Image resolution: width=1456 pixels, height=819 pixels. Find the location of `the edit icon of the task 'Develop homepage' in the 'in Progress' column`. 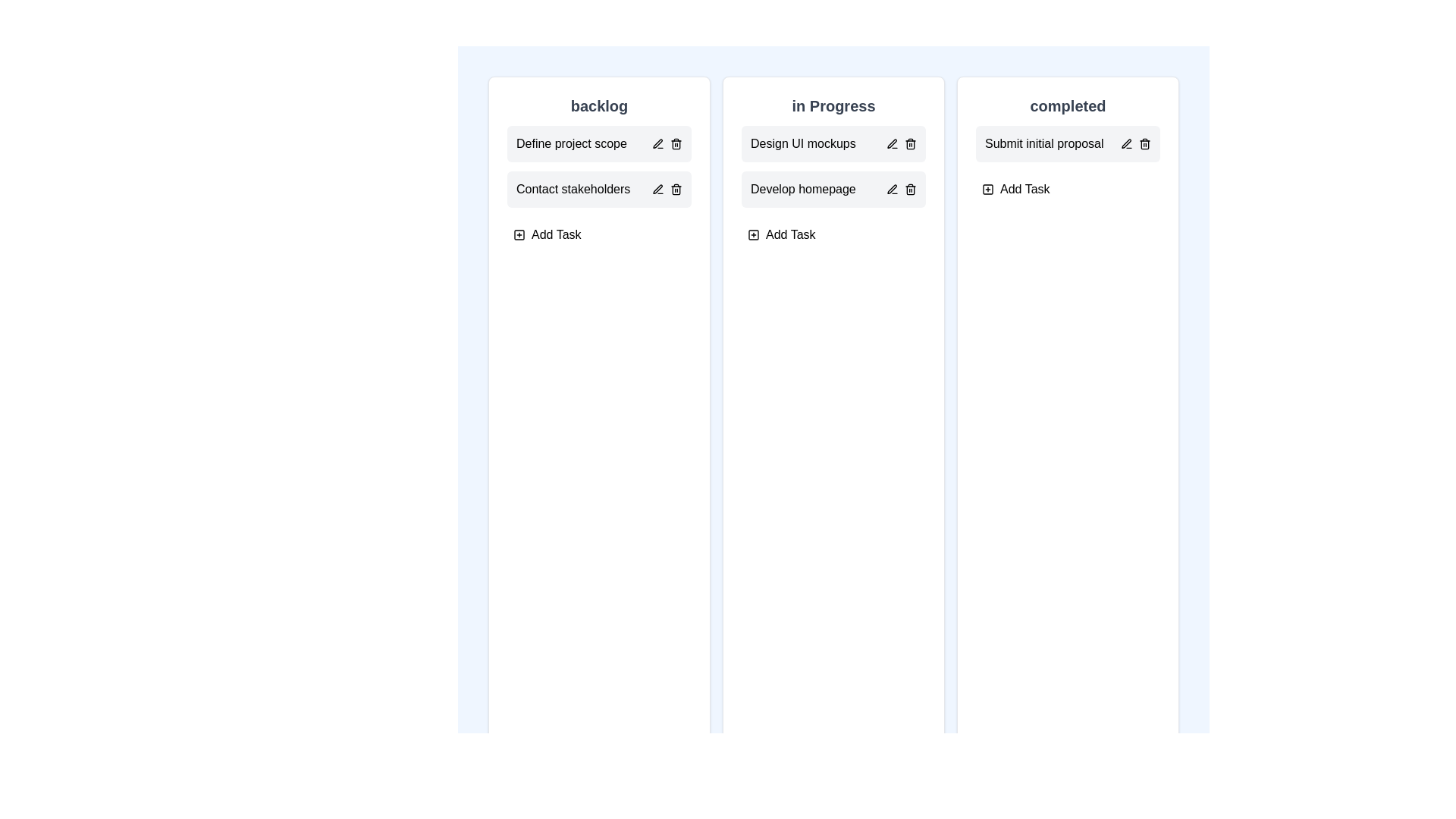

the edit icon of the task 'Develop homepage' in the 'in Progress' column is located at coordinates (892, 189).